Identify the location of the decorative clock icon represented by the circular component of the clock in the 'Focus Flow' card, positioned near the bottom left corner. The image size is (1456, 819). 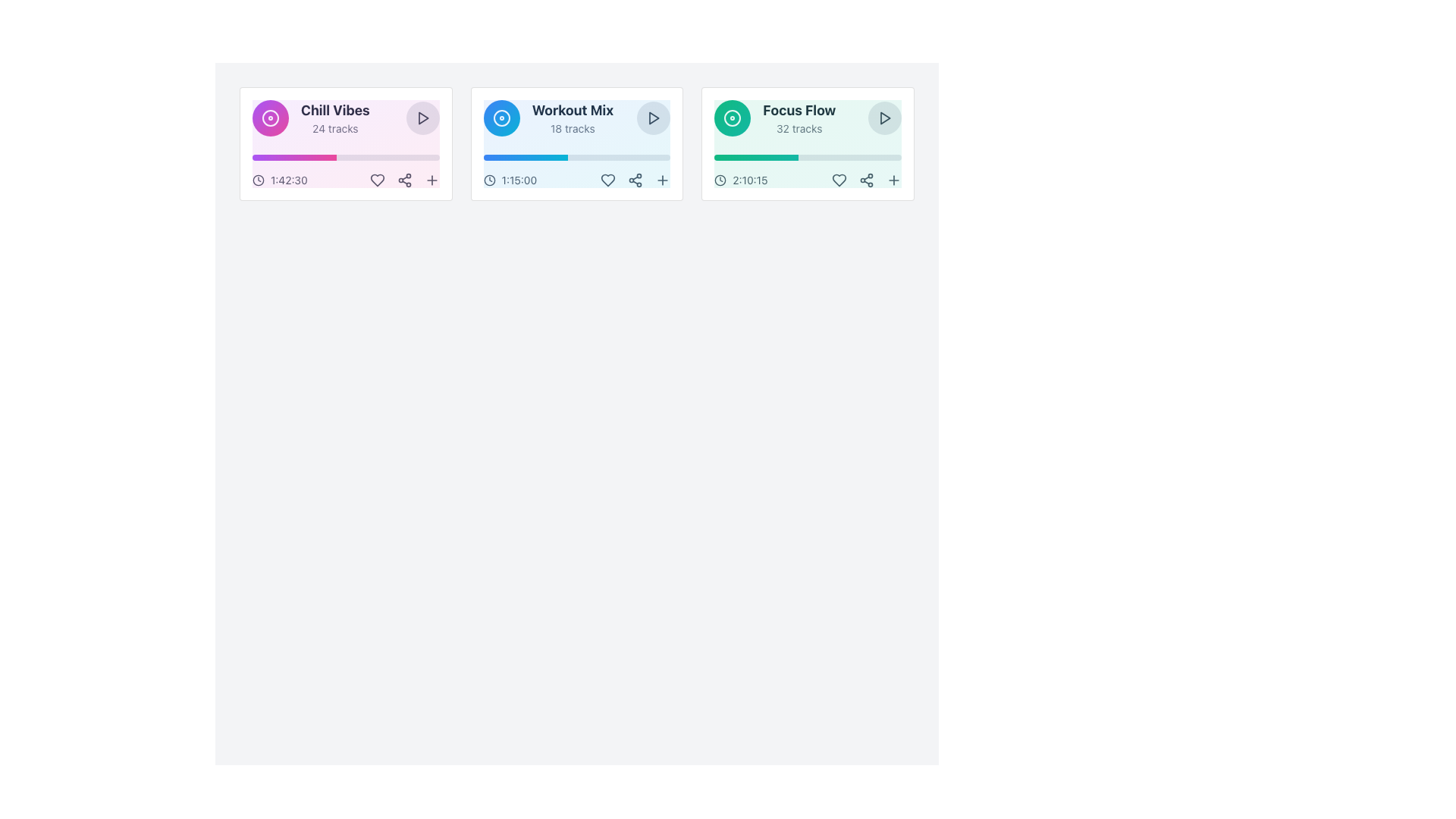
(720, 180).